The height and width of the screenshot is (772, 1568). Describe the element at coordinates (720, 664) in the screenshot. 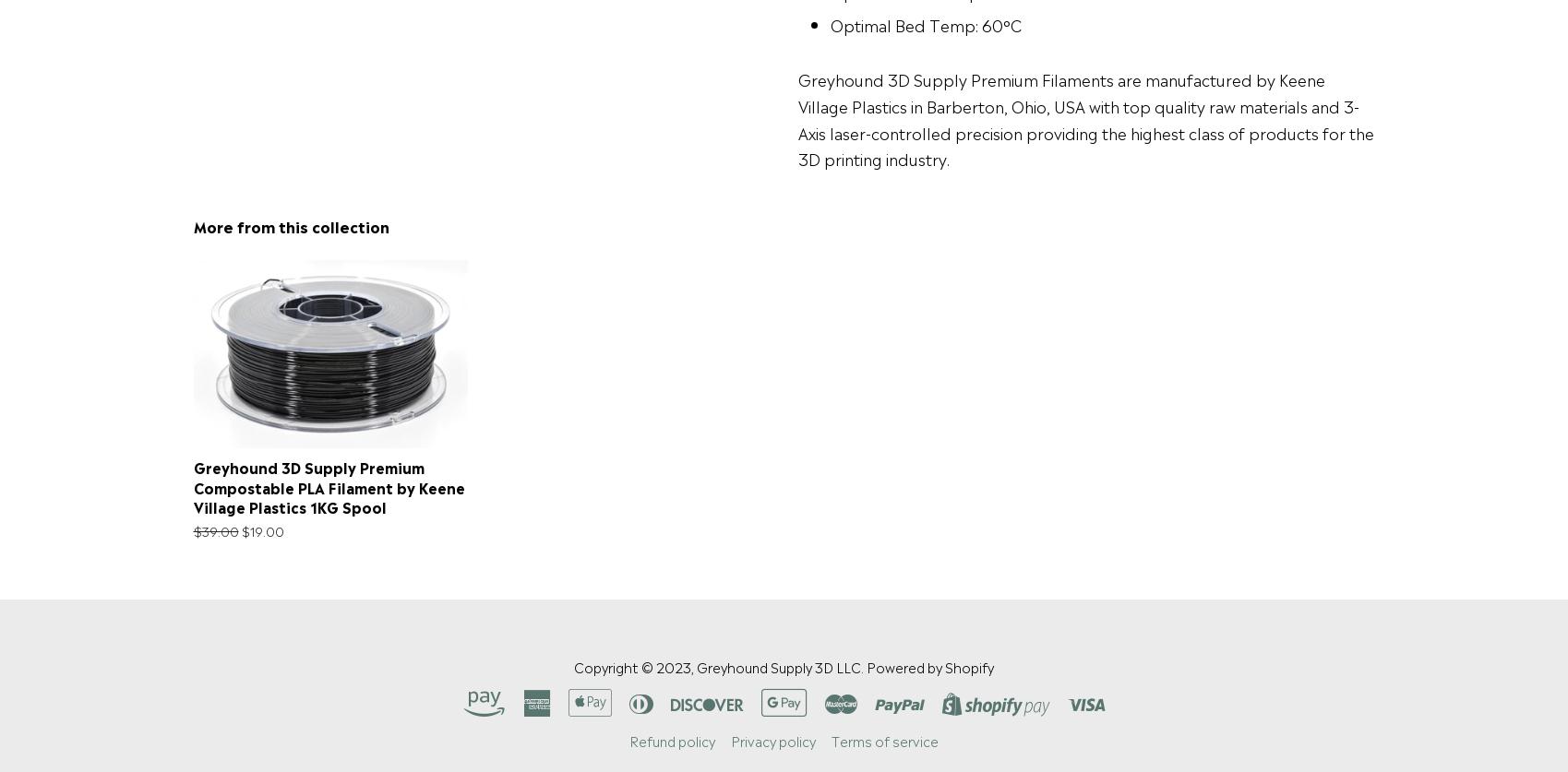

I see `'Copyright © 2023, Greyhound Supply 3D LLC.'` at that location.